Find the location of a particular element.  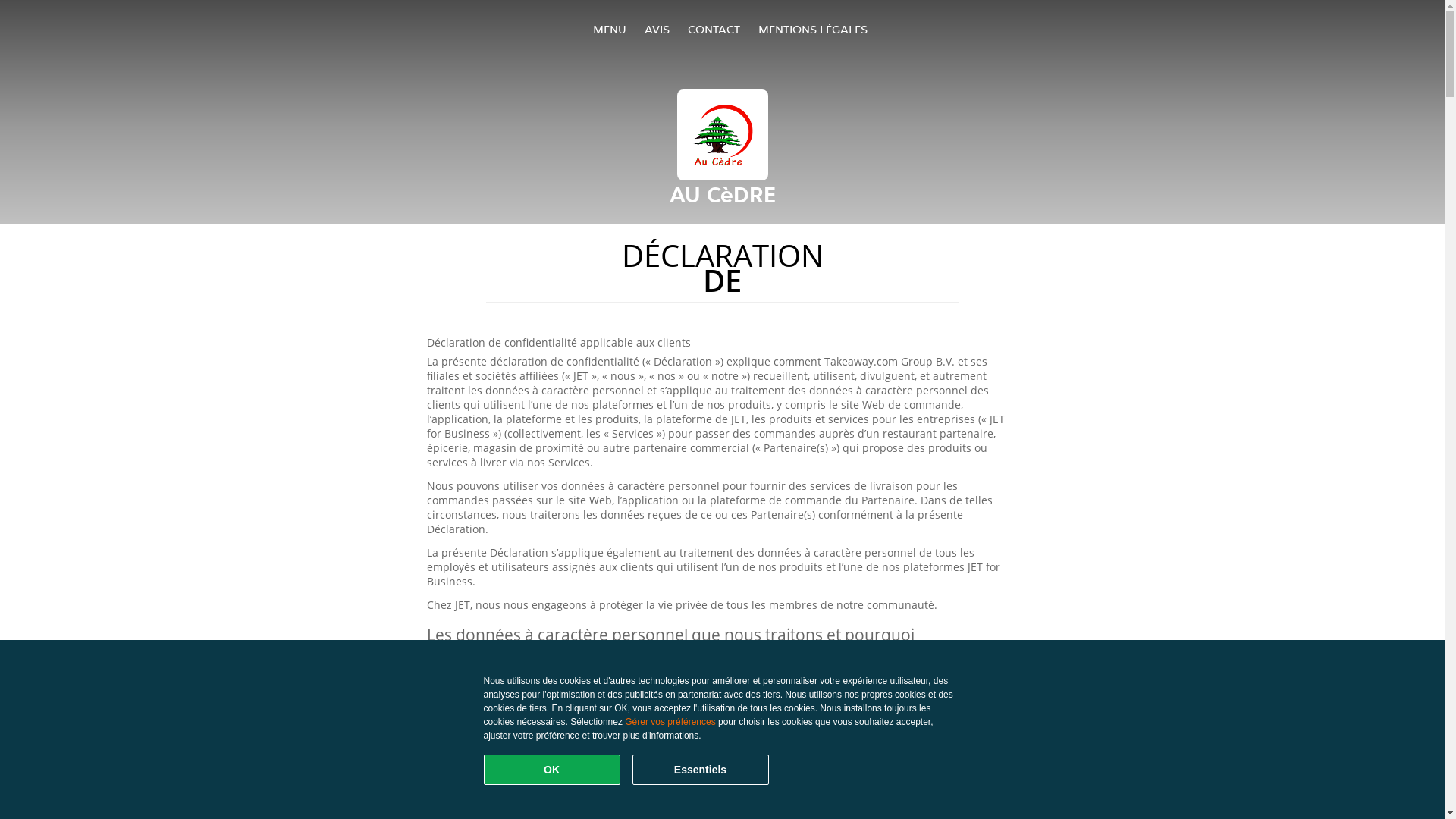

'OK' is located at coordinates (551, 769).